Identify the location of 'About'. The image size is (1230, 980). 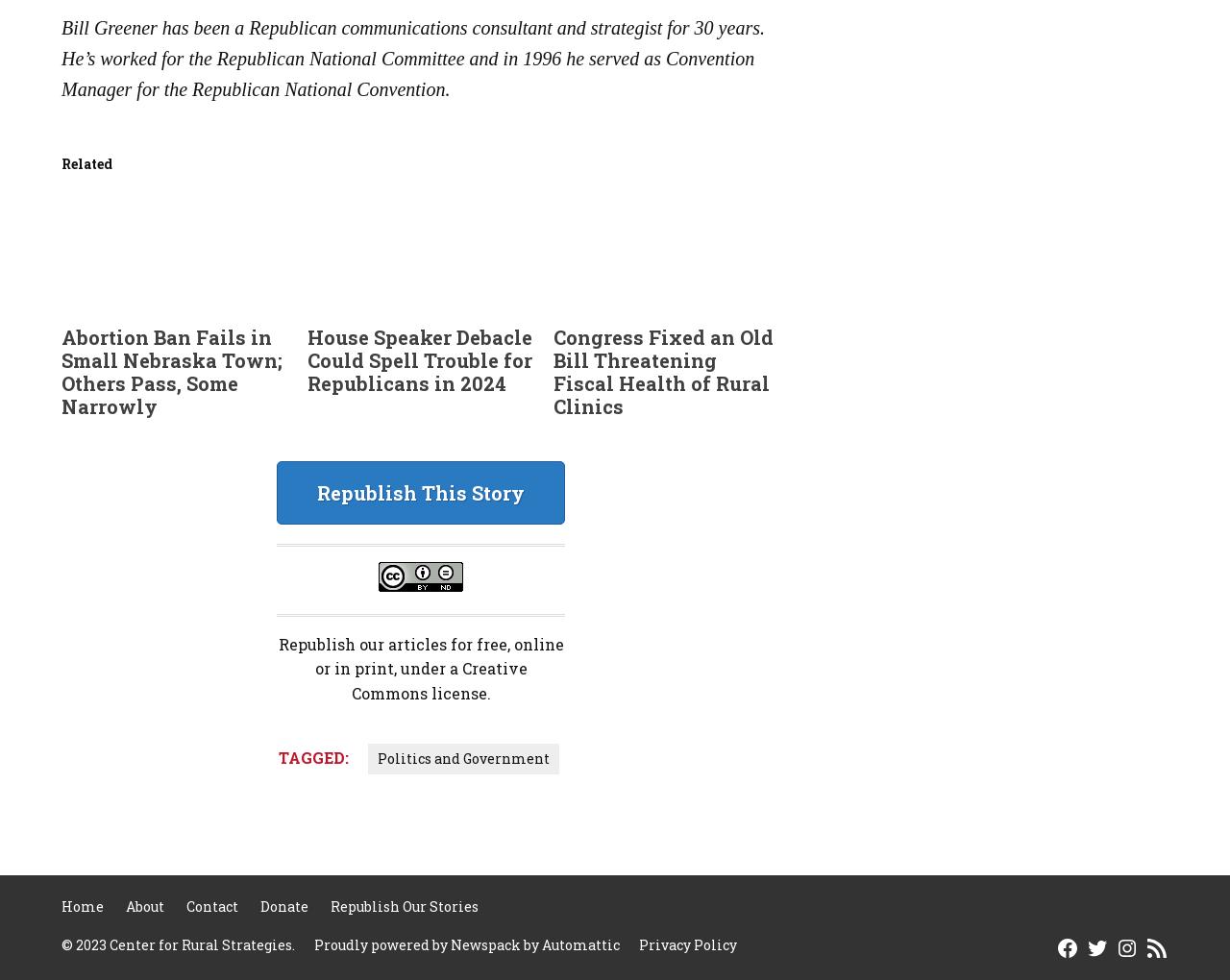
(144, 905).